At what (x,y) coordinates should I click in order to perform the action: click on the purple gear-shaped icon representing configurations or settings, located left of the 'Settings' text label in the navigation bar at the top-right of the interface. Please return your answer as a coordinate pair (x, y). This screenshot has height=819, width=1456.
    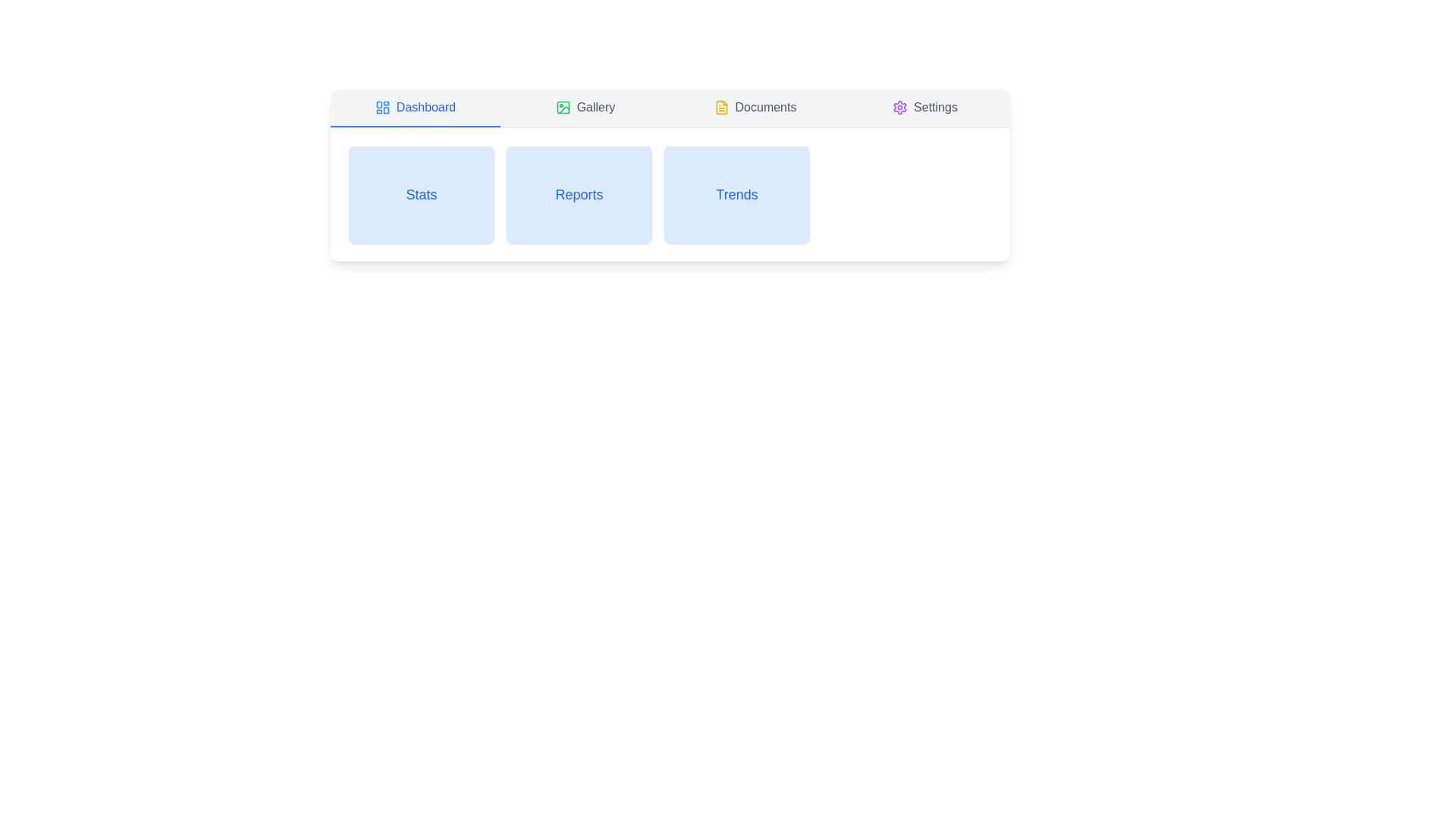
    Looking at the image, I should click on (900, 107).